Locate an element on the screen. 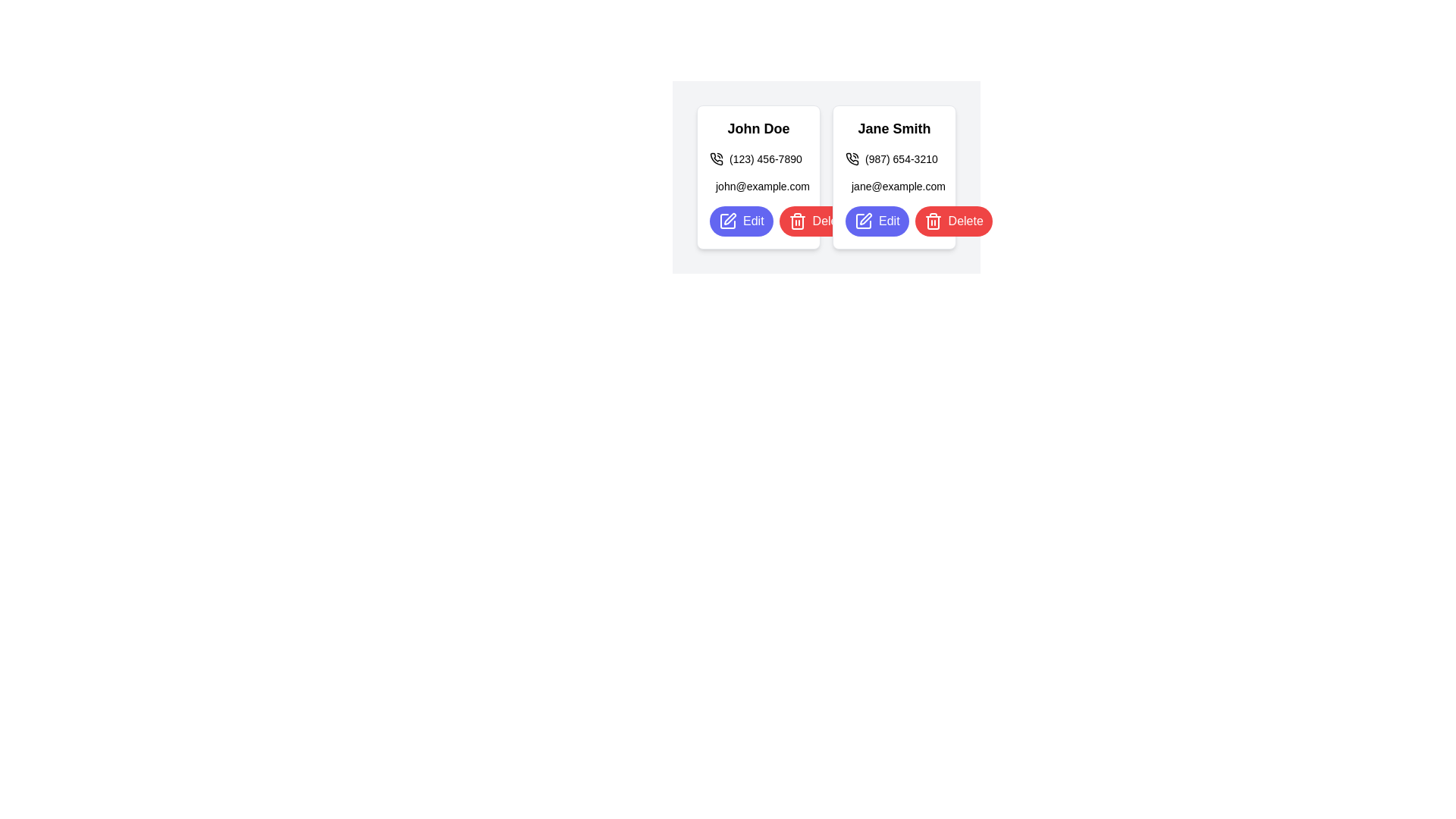  the Phone Number Display element that shows '(987) 654-3210' beneath the name 'Jane Smith' and above the email address in the user card is located at coordinates (894, 158).